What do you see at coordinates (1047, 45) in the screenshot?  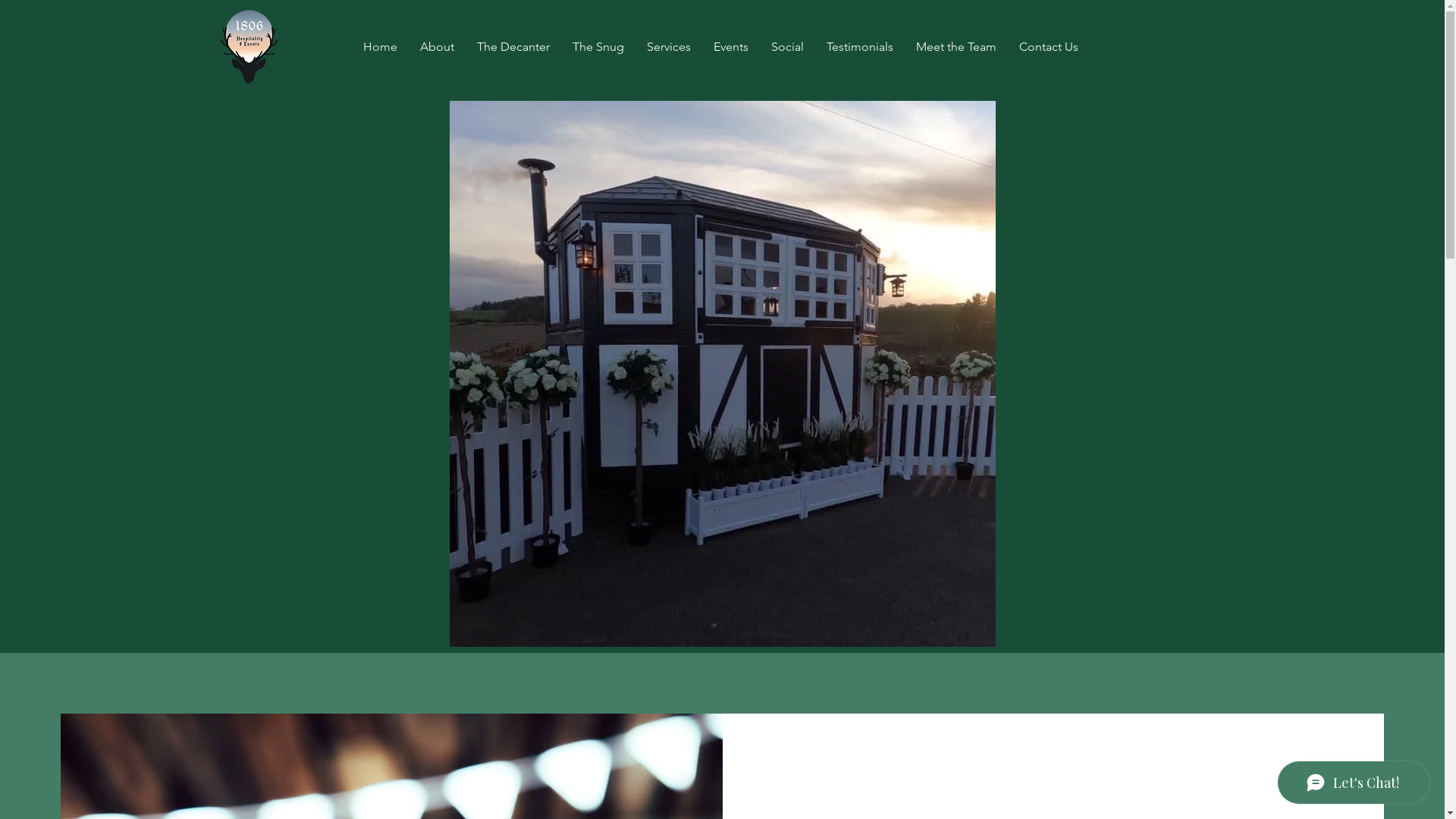 I see `'Contact Us'` at bounding box center [1047, 45].